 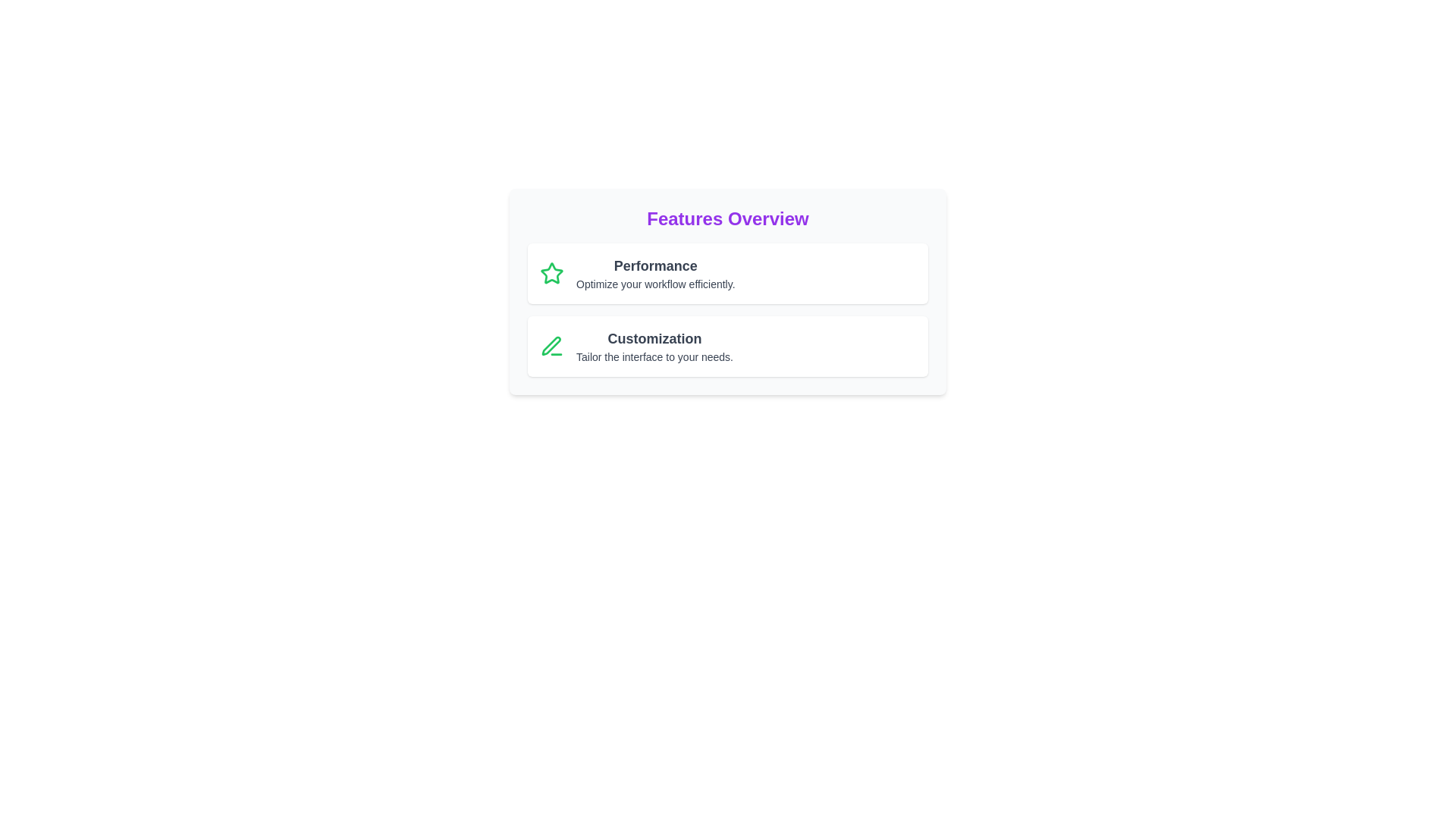 I want to click on the static text element titled 'Customization' which contains the description 'Tailor the interface to your needs.' located in the second row of the features list beneath 'Performance', so click(x=654, y=346).